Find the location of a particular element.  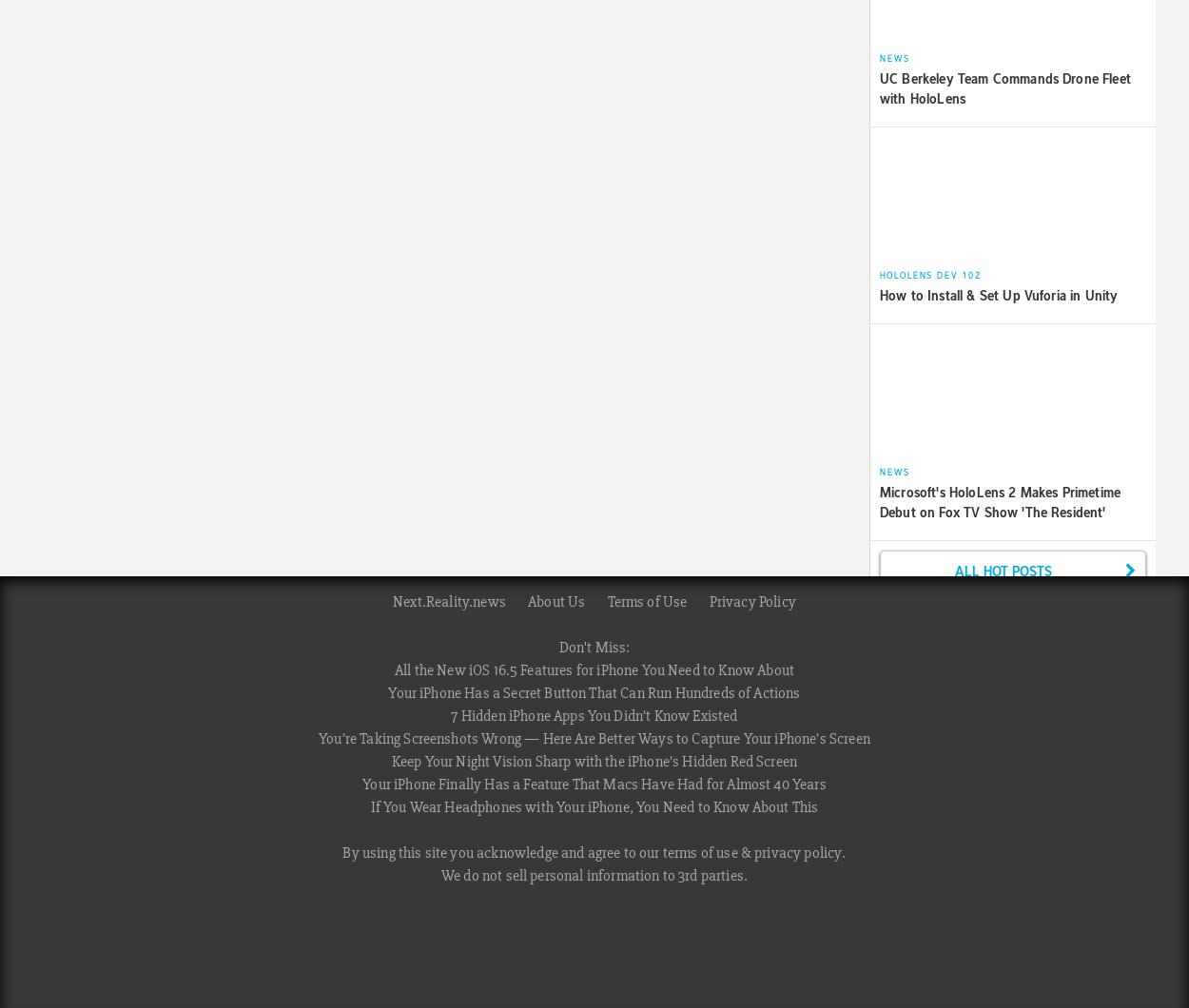

'&' is located at coordinates (746, 852).